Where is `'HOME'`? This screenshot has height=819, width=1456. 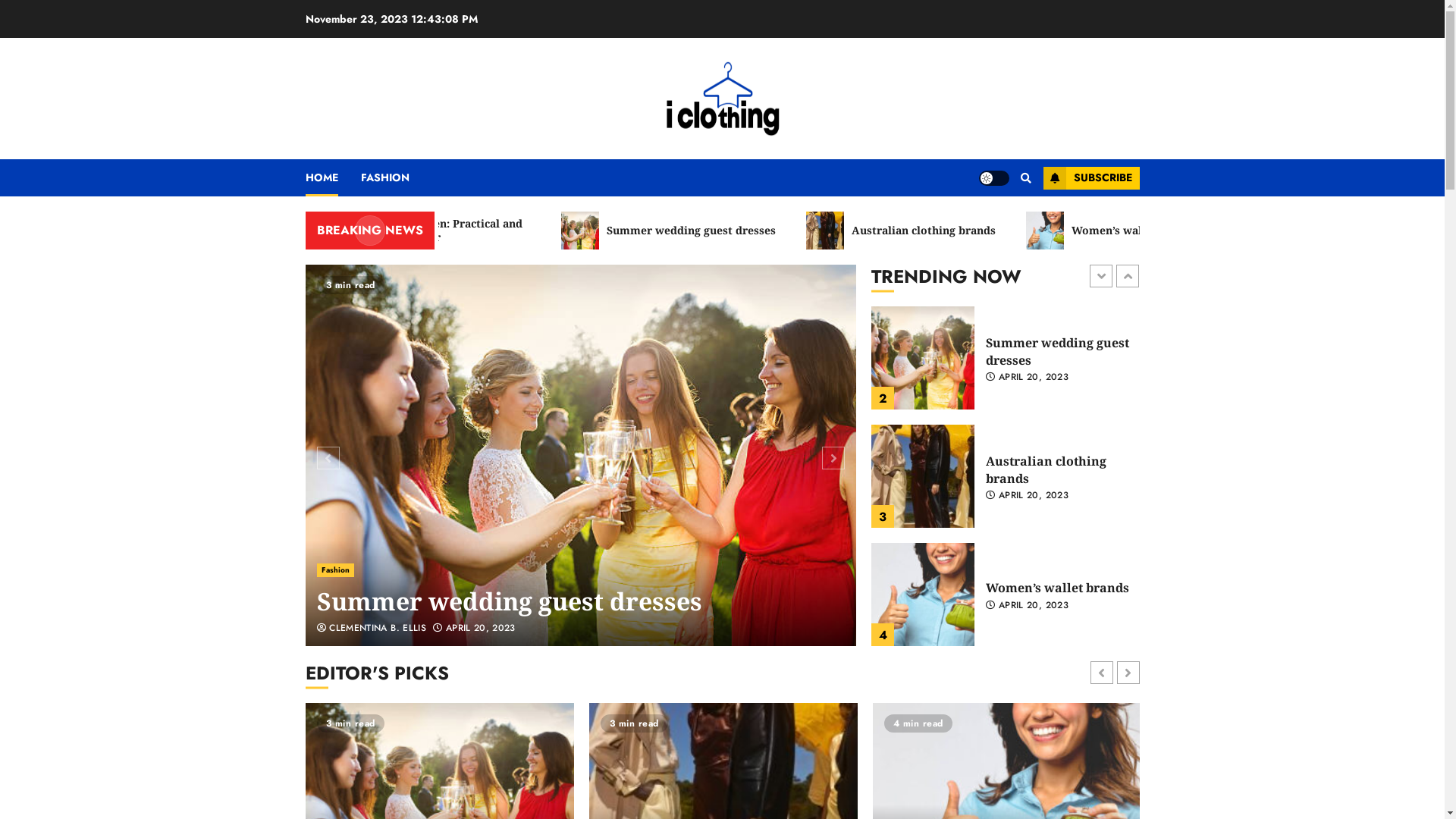 'HOME' is located at coordinates (331, 177).